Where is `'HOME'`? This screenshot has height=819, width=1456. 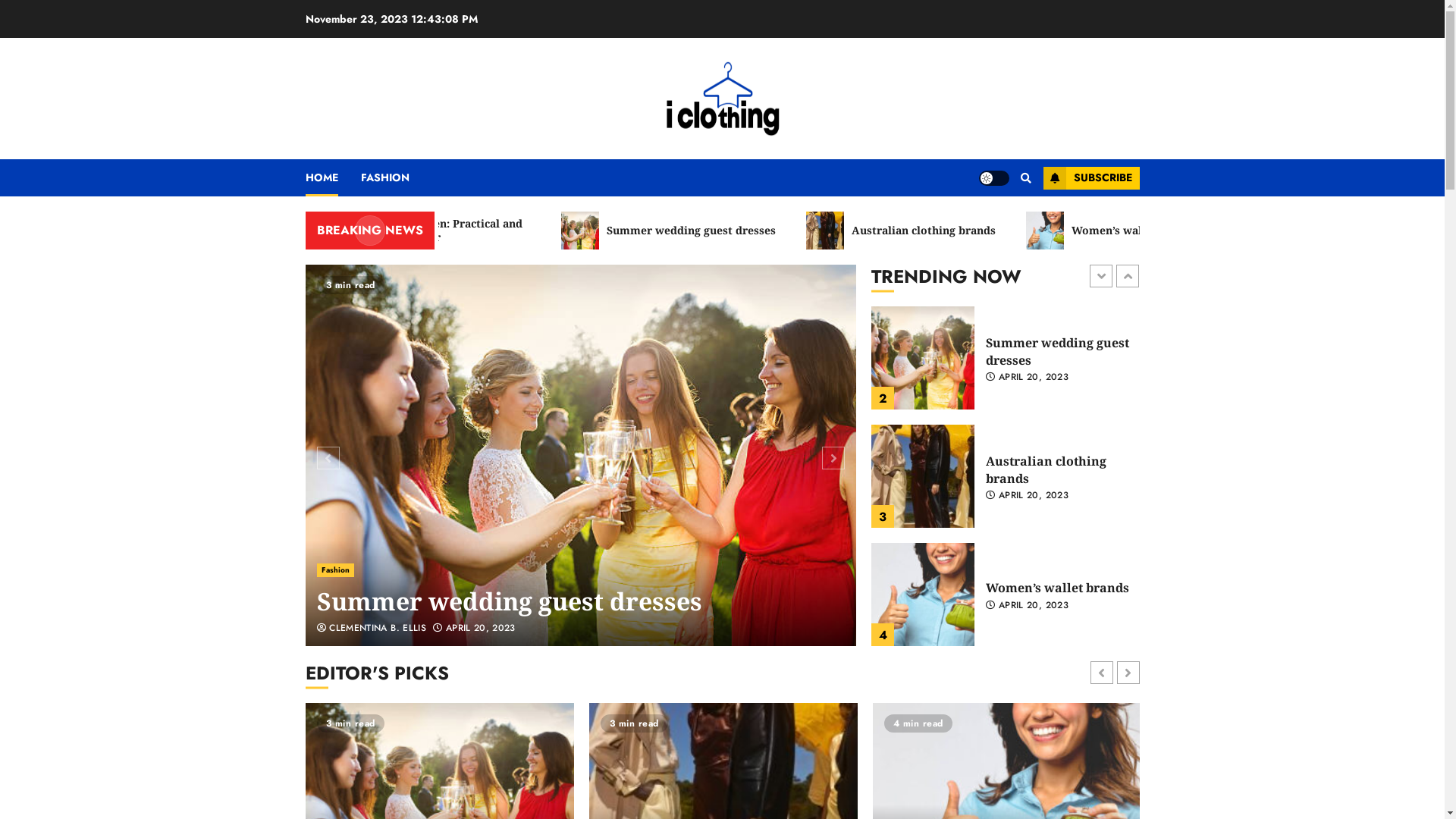 'HOME' is located at coordinates (331, 177).